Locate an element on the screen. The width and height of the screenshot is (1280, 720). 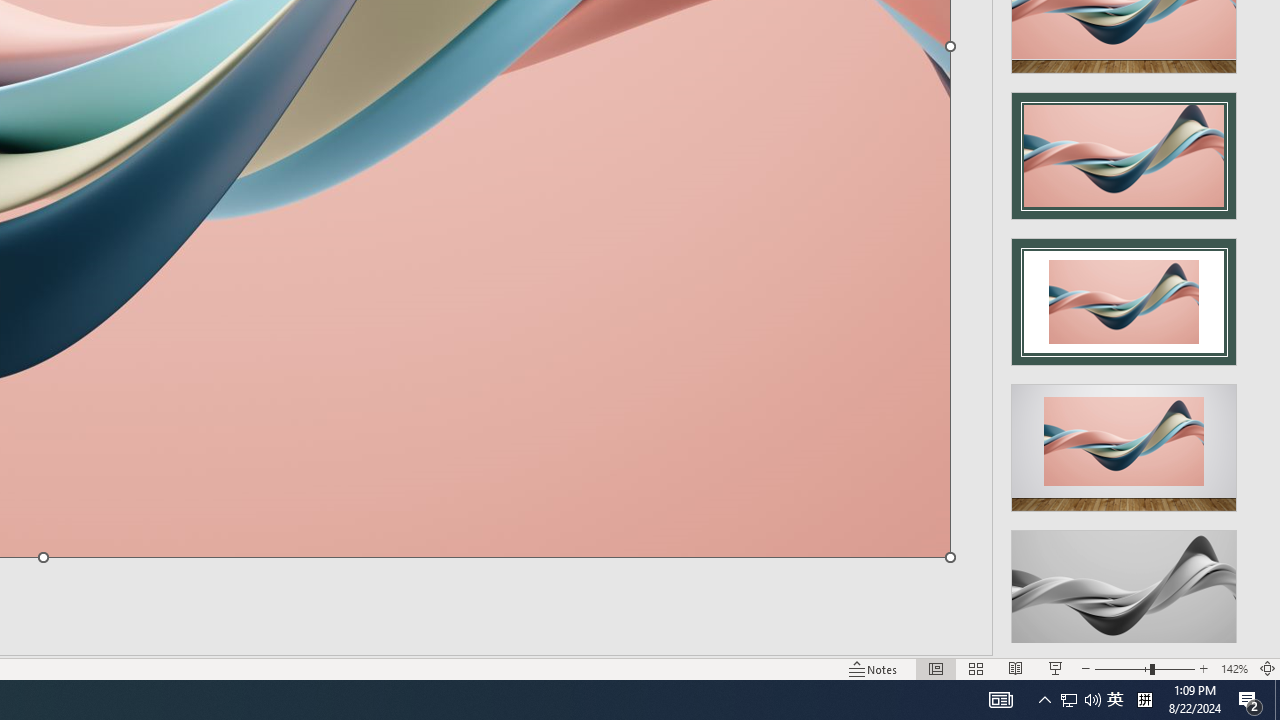
'Zoom 142%' is located at coordinates (1233, 669).